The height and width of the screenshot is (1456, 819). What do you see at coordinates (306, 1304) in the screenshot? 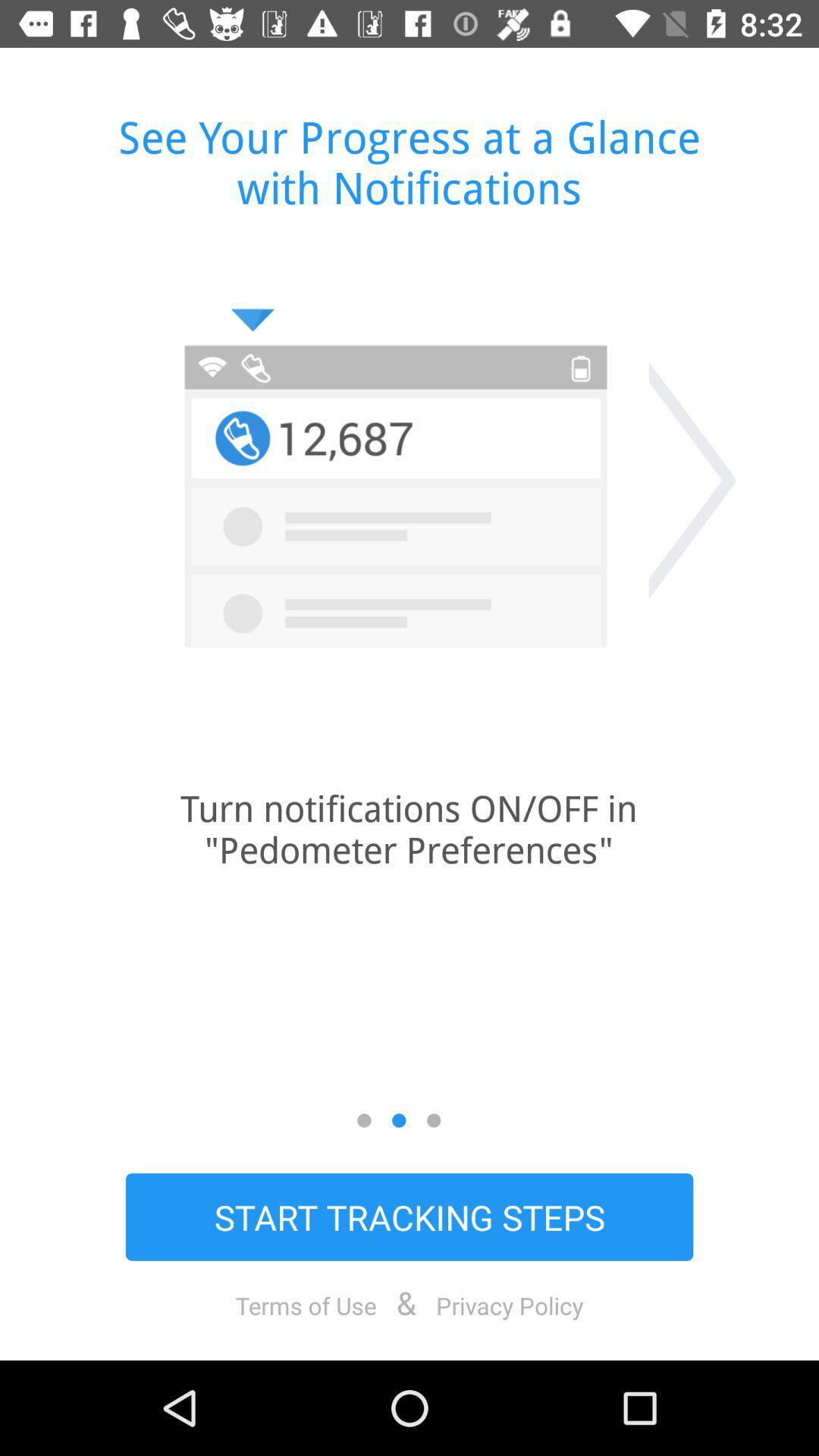
I see `item next to the & icon` at bounding box center [306, 1304].